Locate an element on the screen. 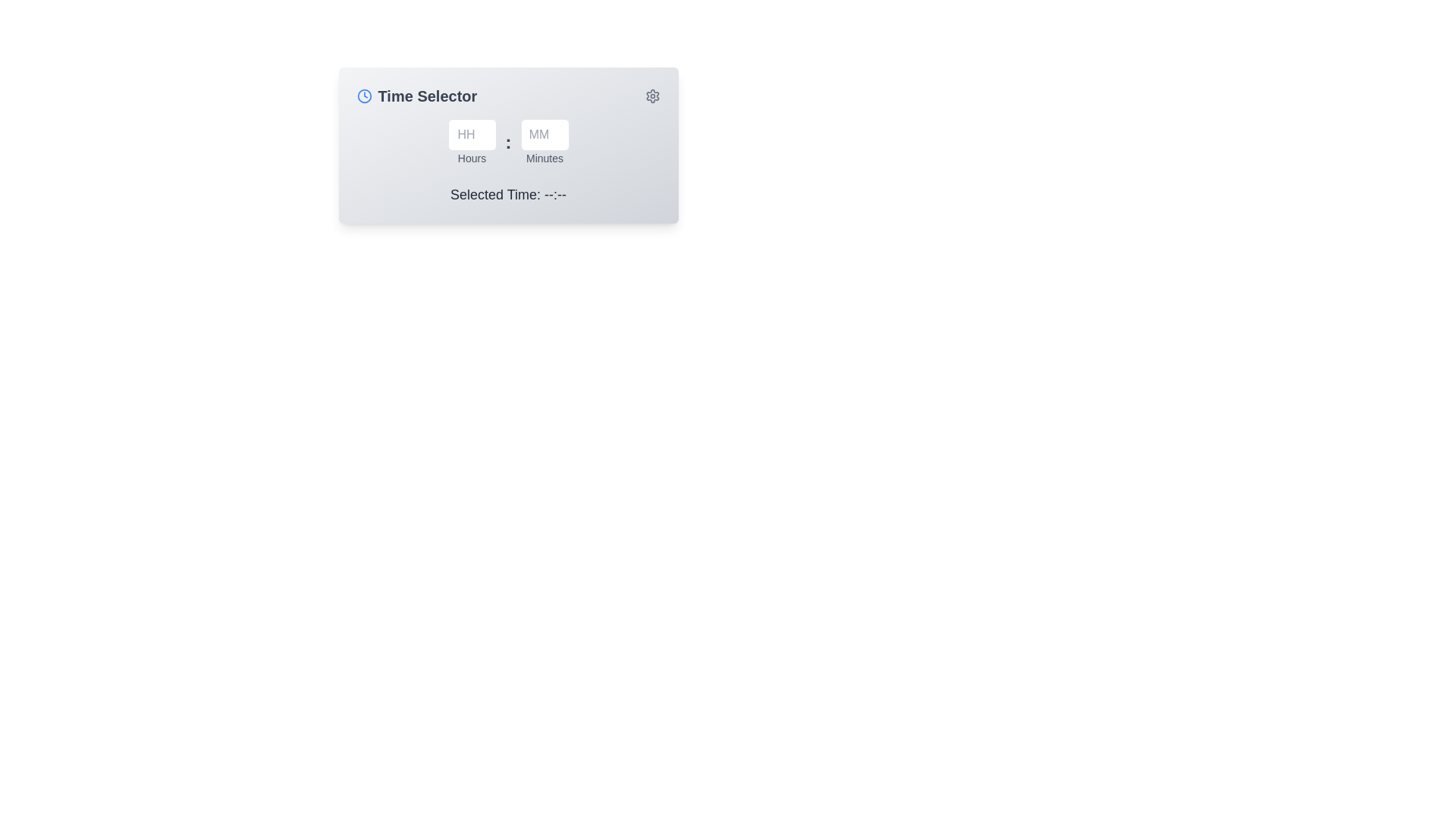 Image resolution: width=1456 pixels, height=819 pixels. the arrow keys is located at coordinates (544, 143).